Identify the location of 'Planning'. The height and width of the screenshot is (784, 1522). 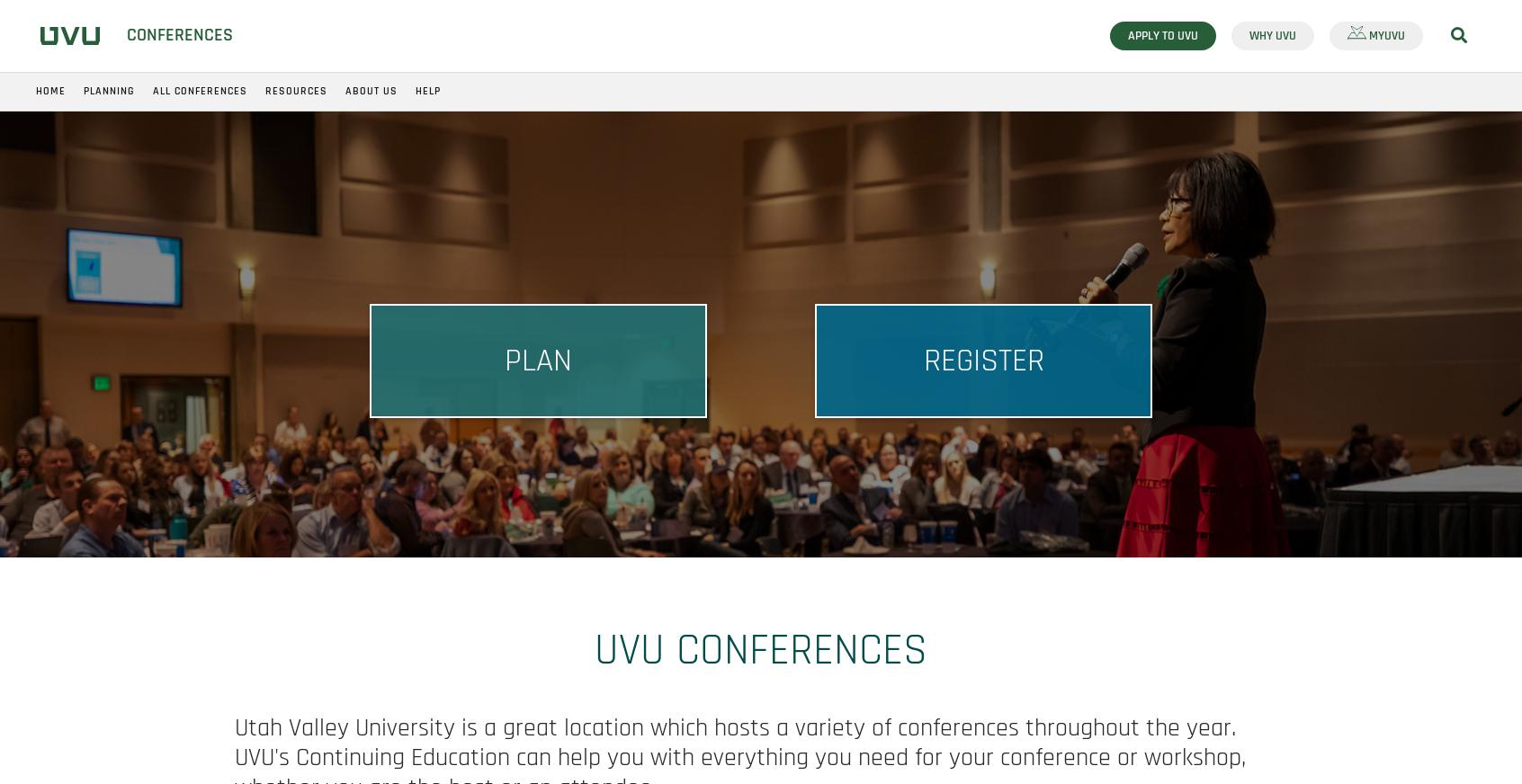
(109, 90).